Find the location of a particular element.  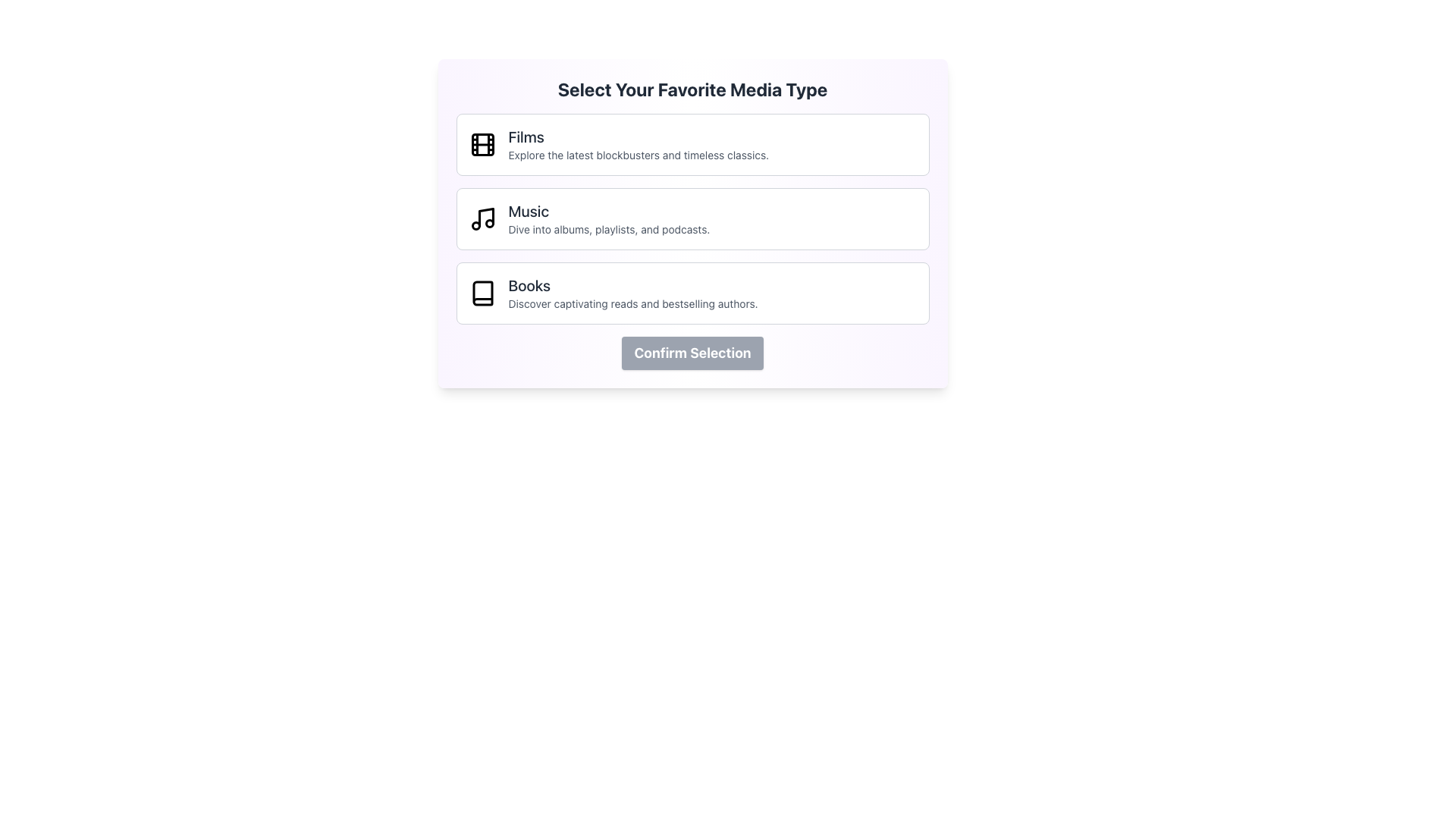

to select the 'Music' card, which is the second card in a vertically stacked group of three, featuring a bold title and a musical note icon is located at coordinates (692, 219).